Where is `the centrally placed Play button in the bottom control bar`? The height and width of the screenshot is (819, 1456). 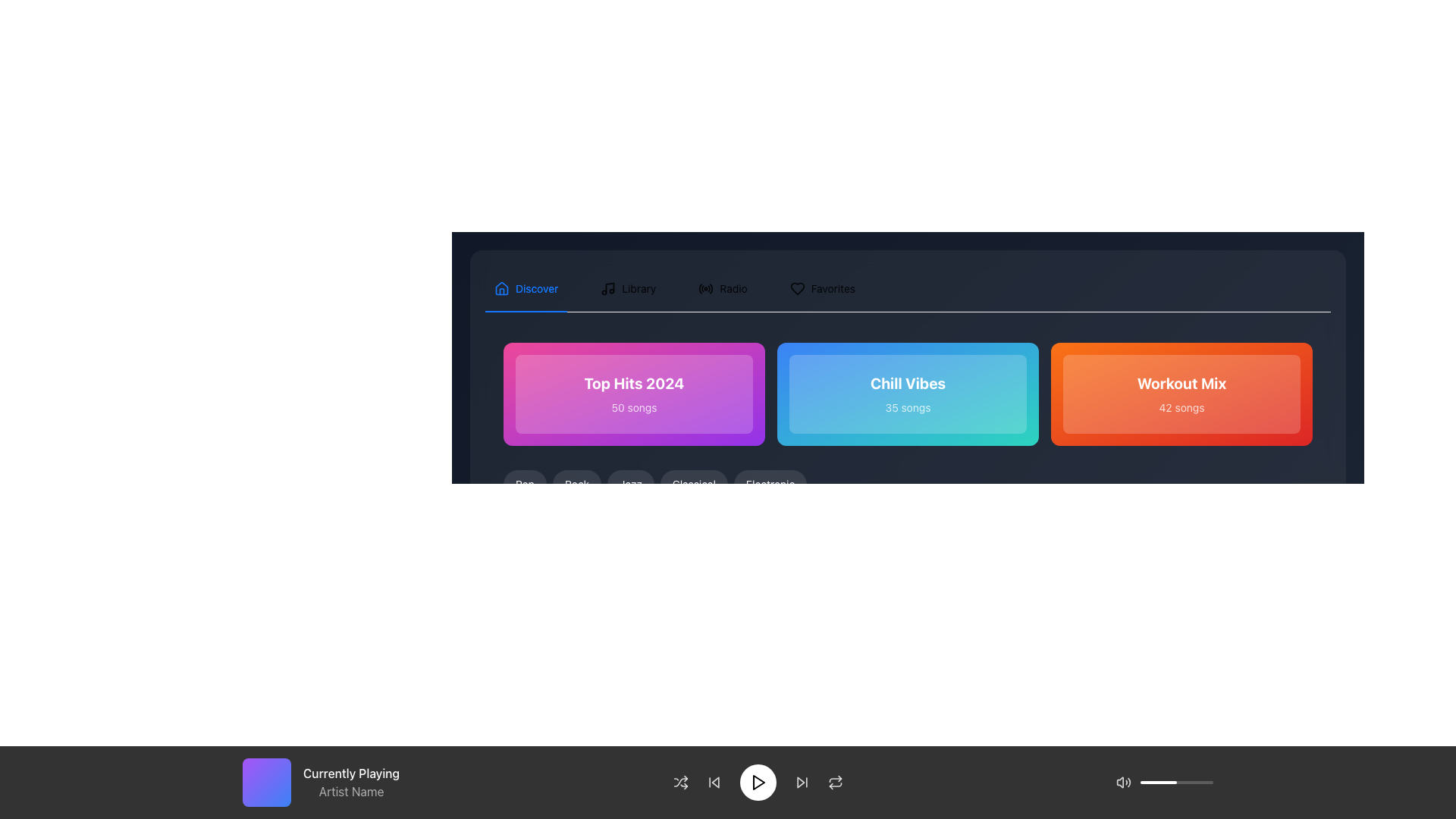
the centrally placed Play button in the bottom control bar is located at coordinates (758, 783).